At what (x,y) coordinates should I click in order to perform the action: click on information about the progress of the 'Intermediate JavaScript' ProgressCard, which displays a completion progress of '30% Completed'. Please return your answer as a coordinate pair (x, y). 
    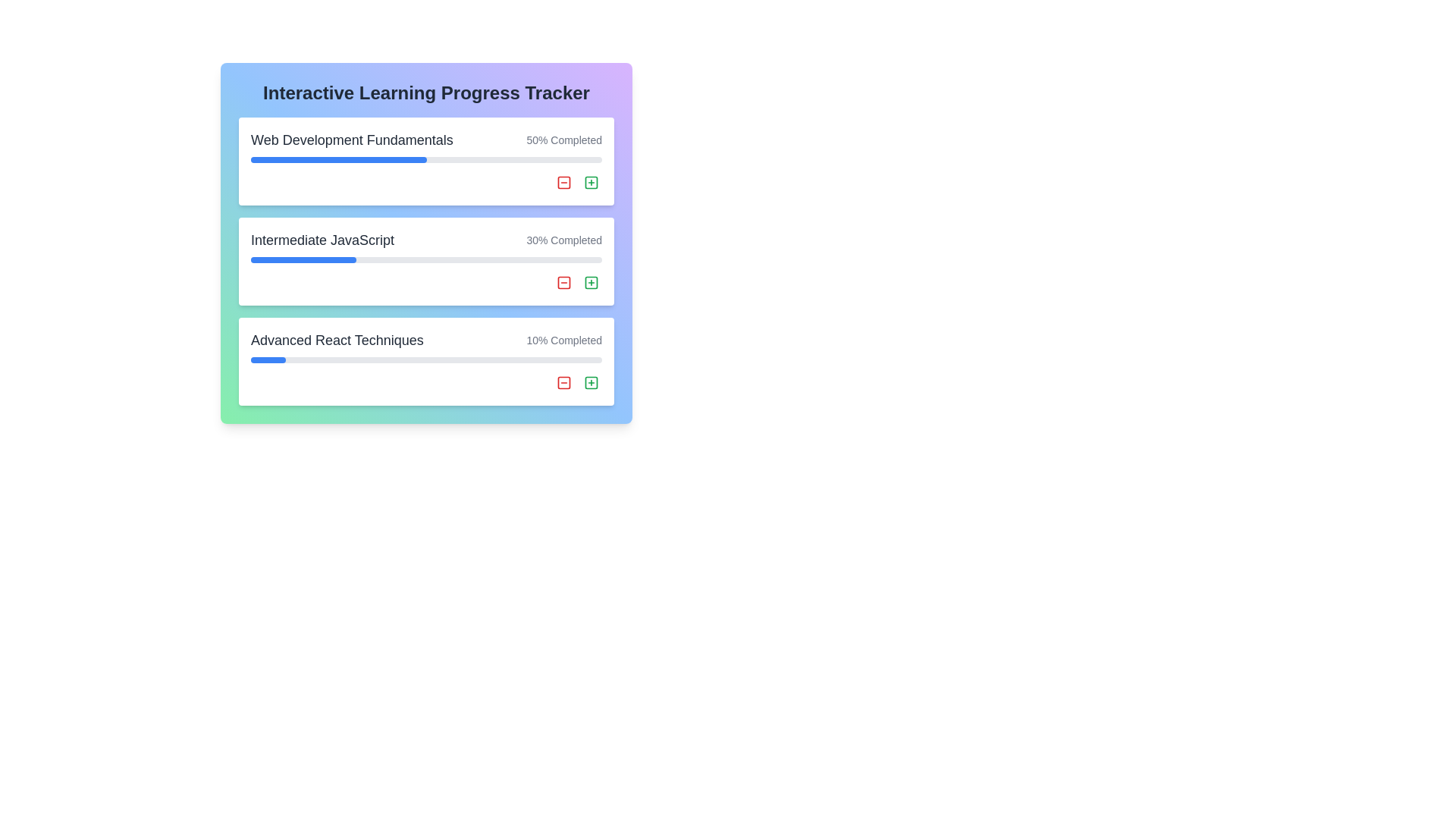
    Looking at the image, I should click on (425, 242).